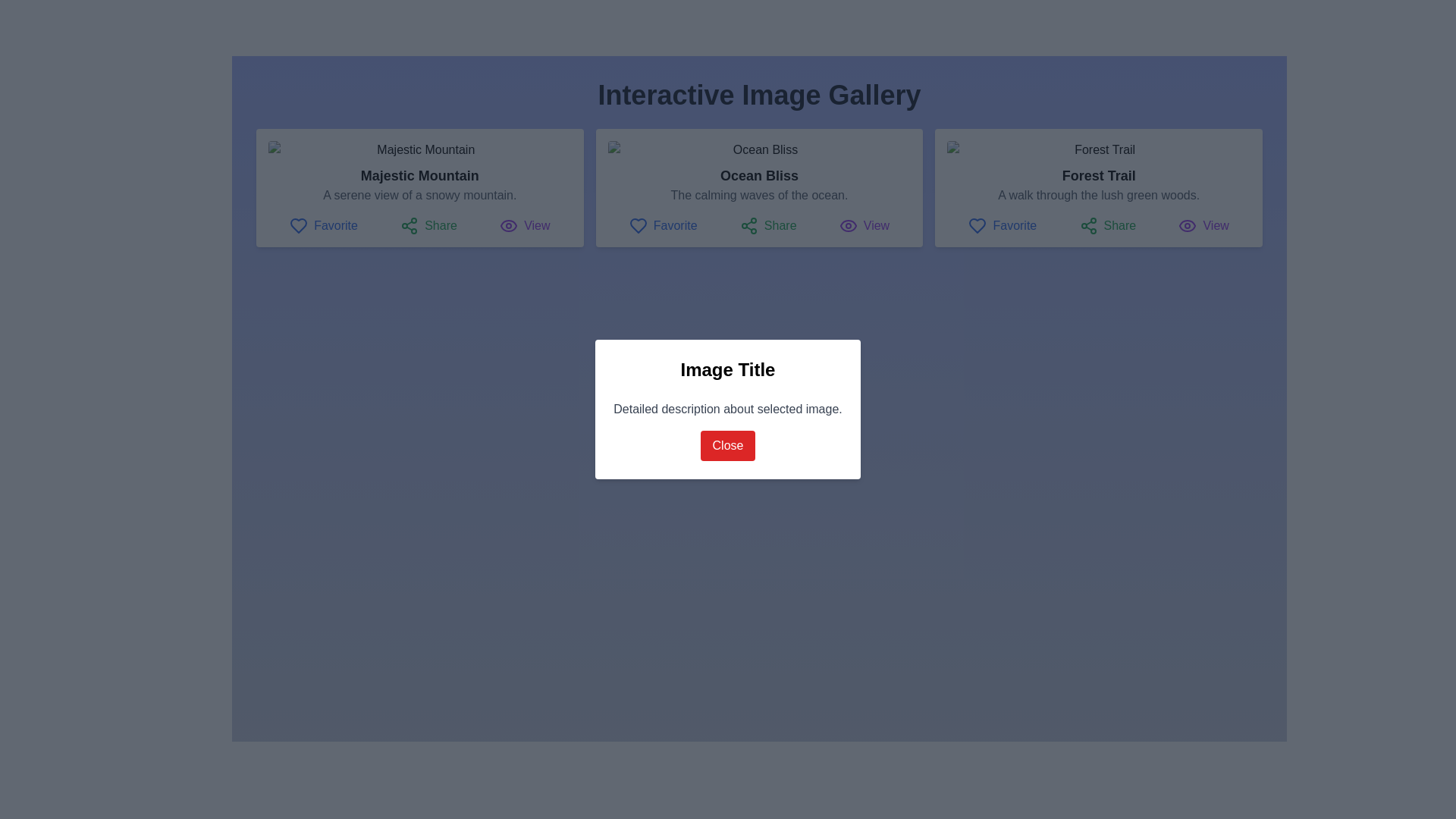 The height and width of the screenshot is (819, 1456). I want to click on the 'Share' button, which features a green share icon and text, so click(428, 225).